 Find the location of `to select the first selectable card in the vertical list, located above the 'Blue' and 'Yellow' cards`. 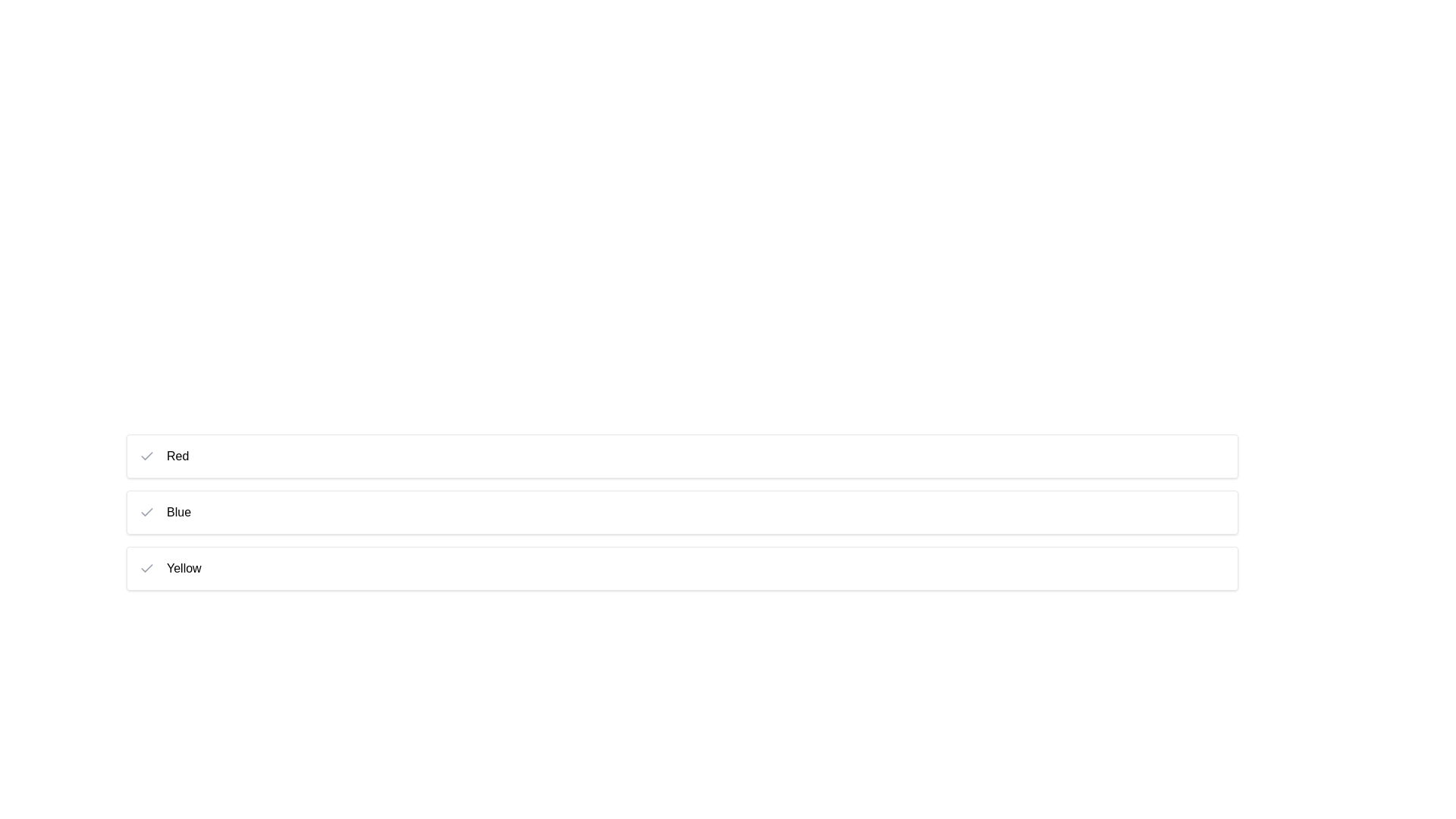

to select the first selectable card in the vertical list, located above the 'Blue' and 'Yellow' cards is located at coordinates (682, 455).